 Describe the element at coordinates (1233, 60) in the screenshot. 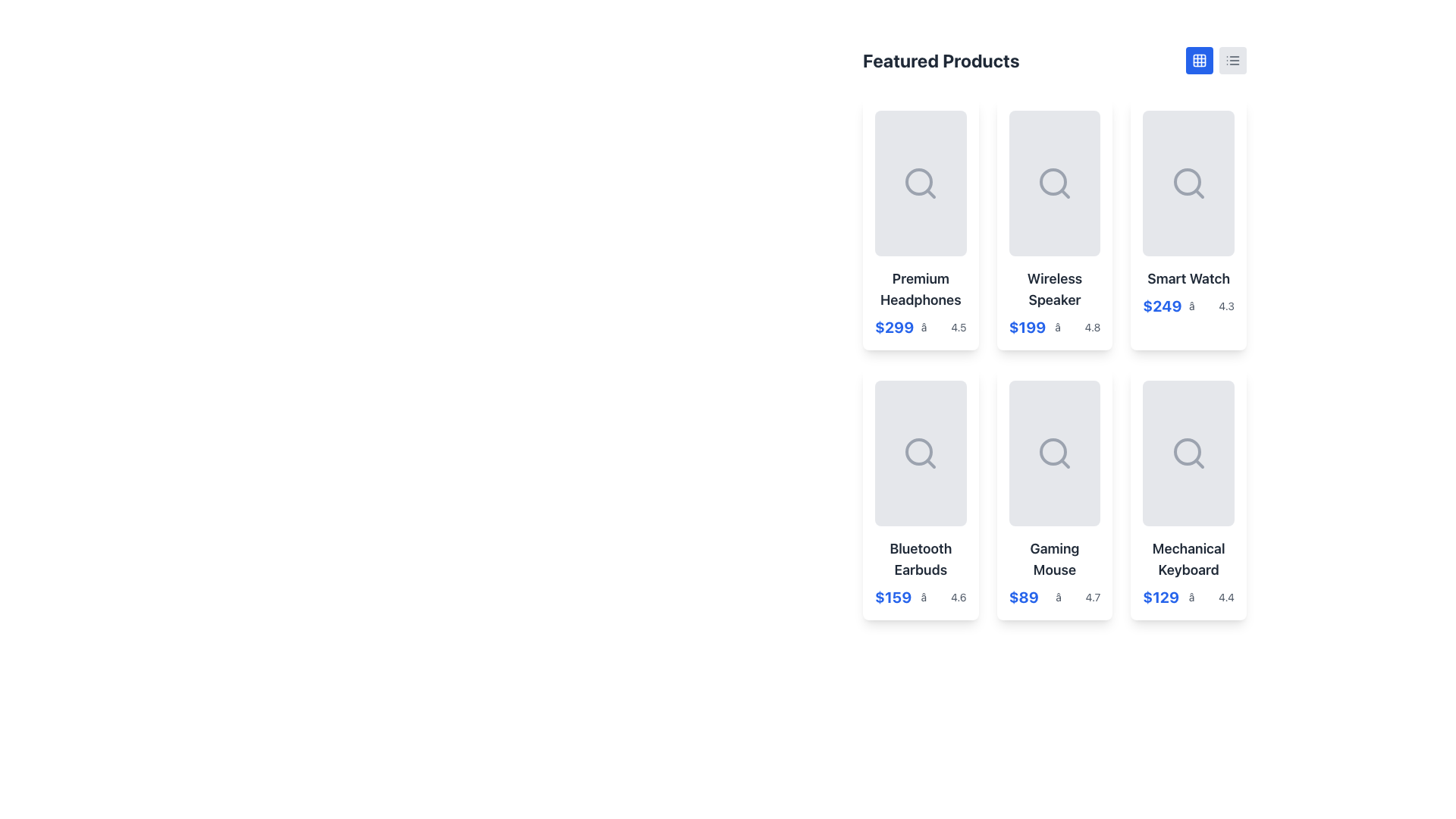

I see `the layout toggle icon located in the top right corner of the interface next to the blue grid icon` at that location.